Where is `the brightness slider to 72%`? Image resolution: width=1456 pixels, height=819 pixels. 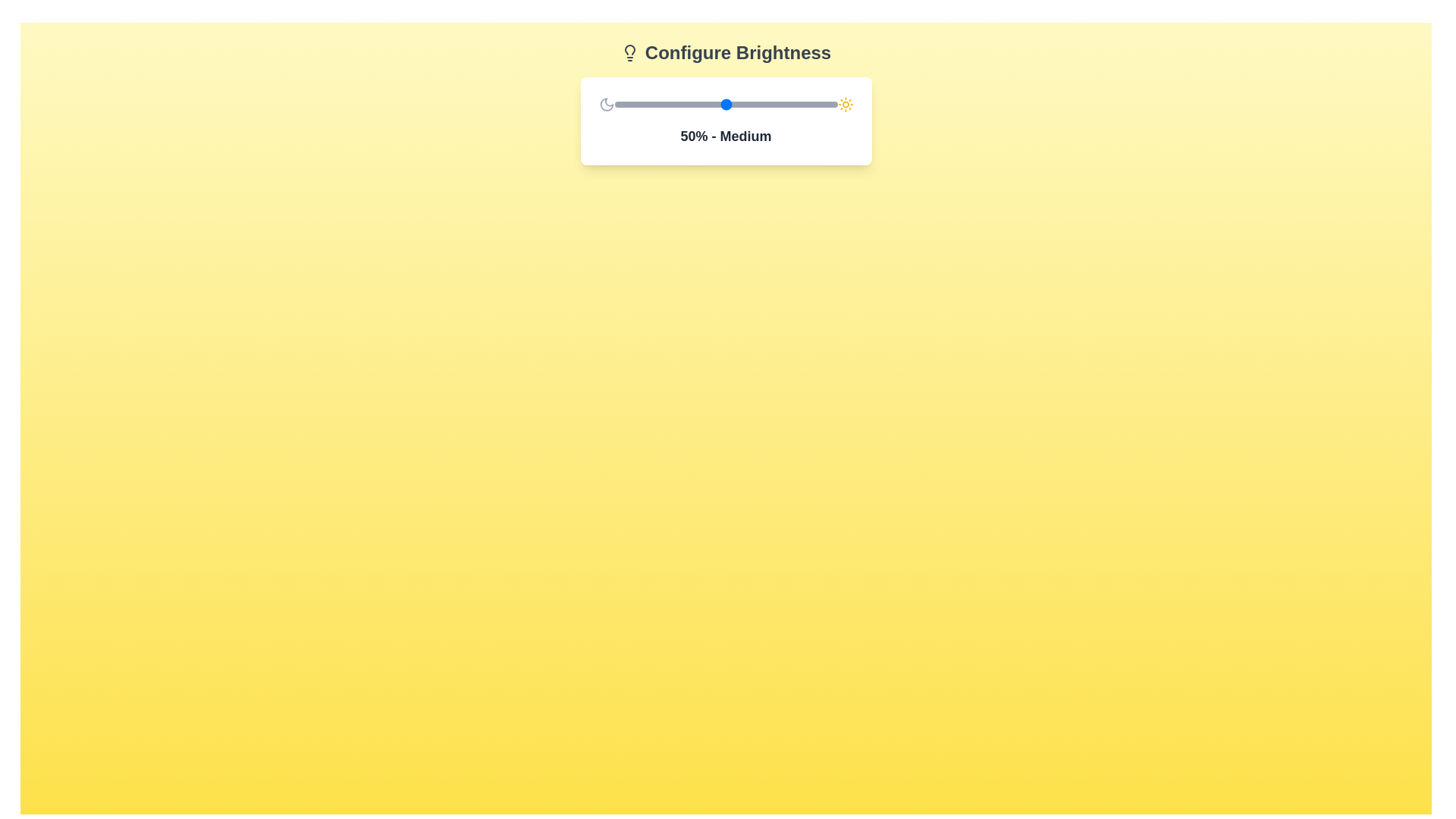 the brightness slider to 72% is located at coordinates (775, 104).